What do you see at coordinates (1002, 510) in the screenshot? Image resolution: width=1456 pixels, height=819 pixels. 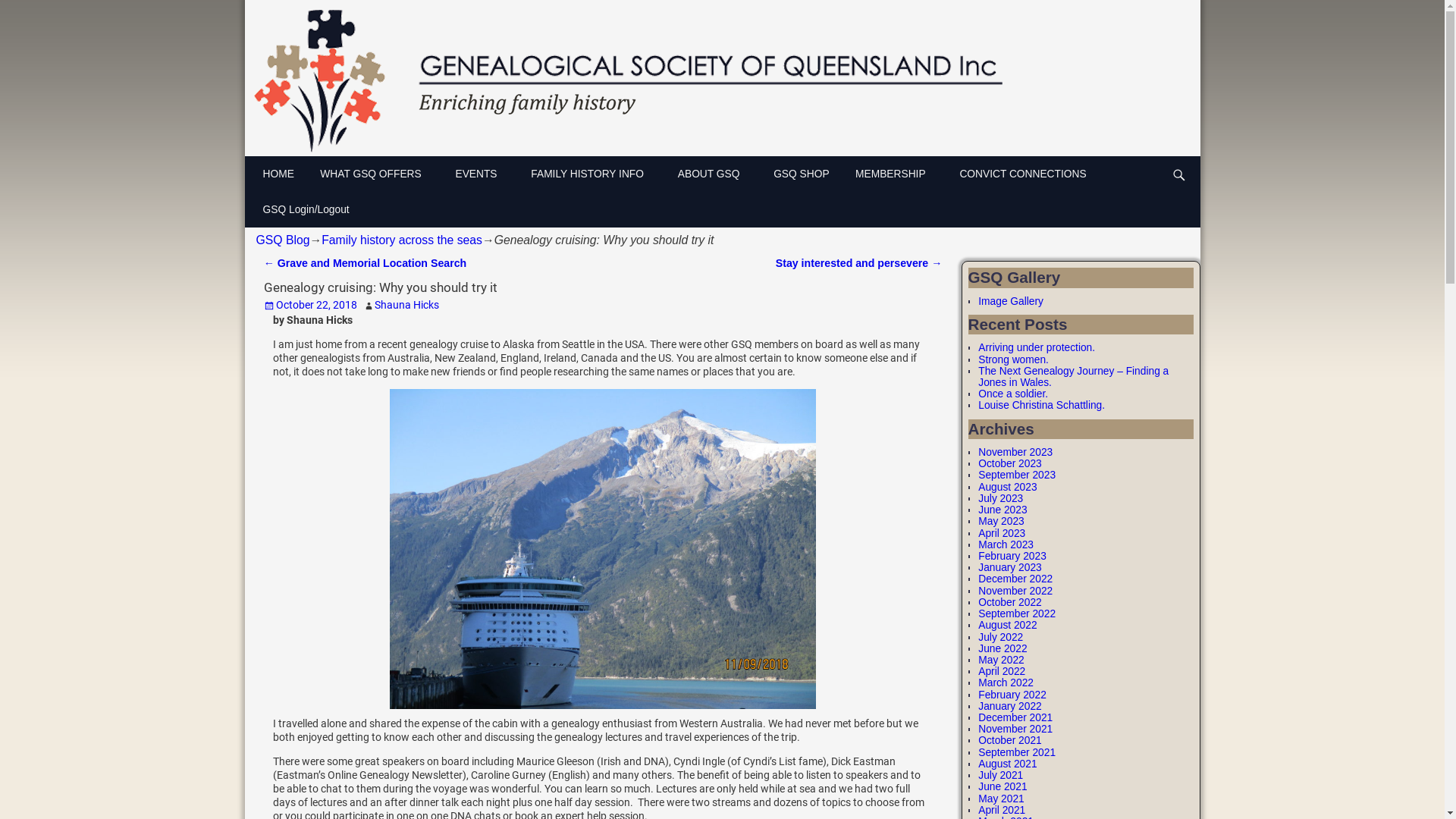 I see `'June 2023'` at bounding box center [1002, 510].